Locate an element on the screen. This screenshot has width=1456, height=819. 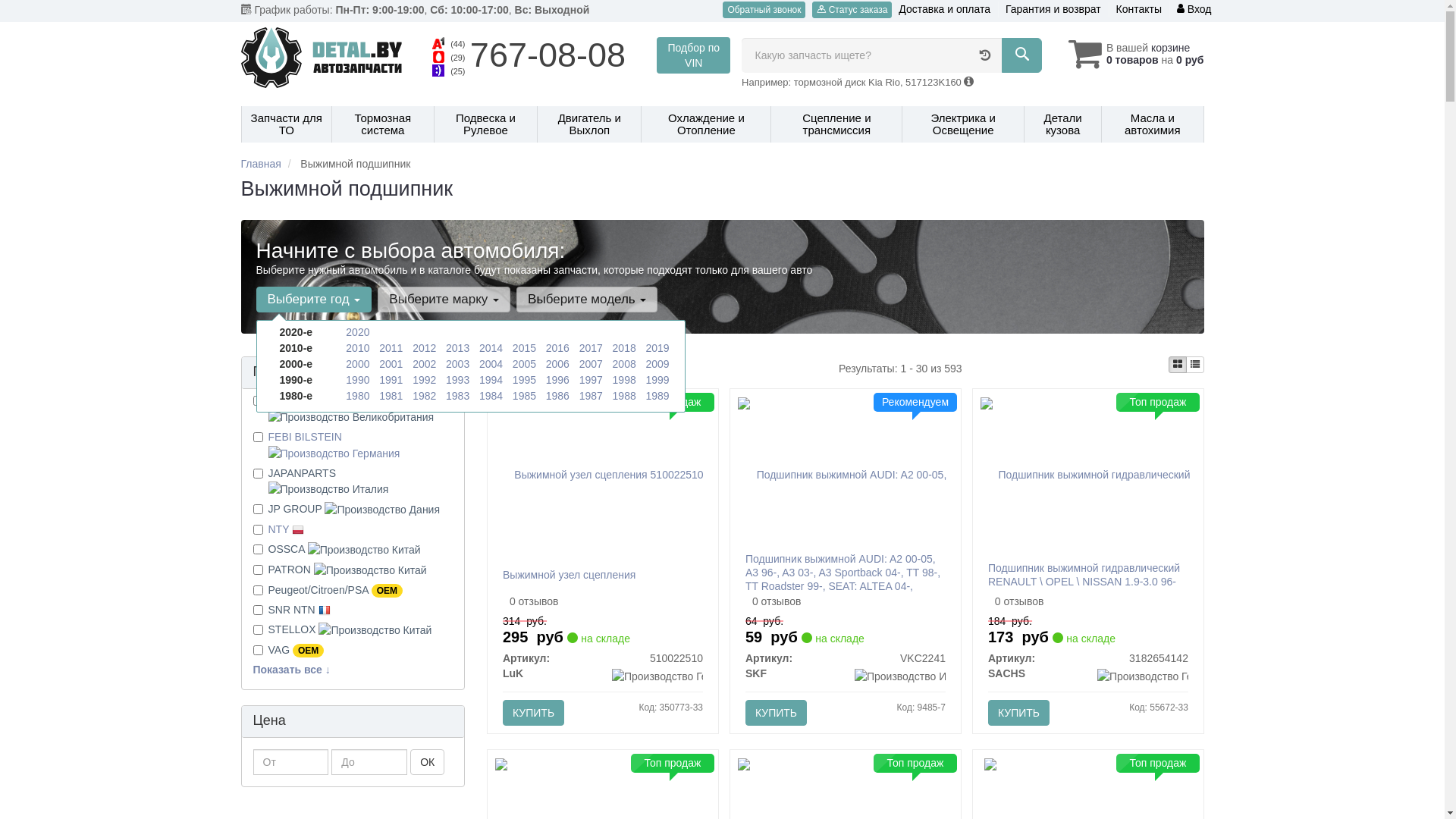
'NTY' is located at coordinates (268, 529).